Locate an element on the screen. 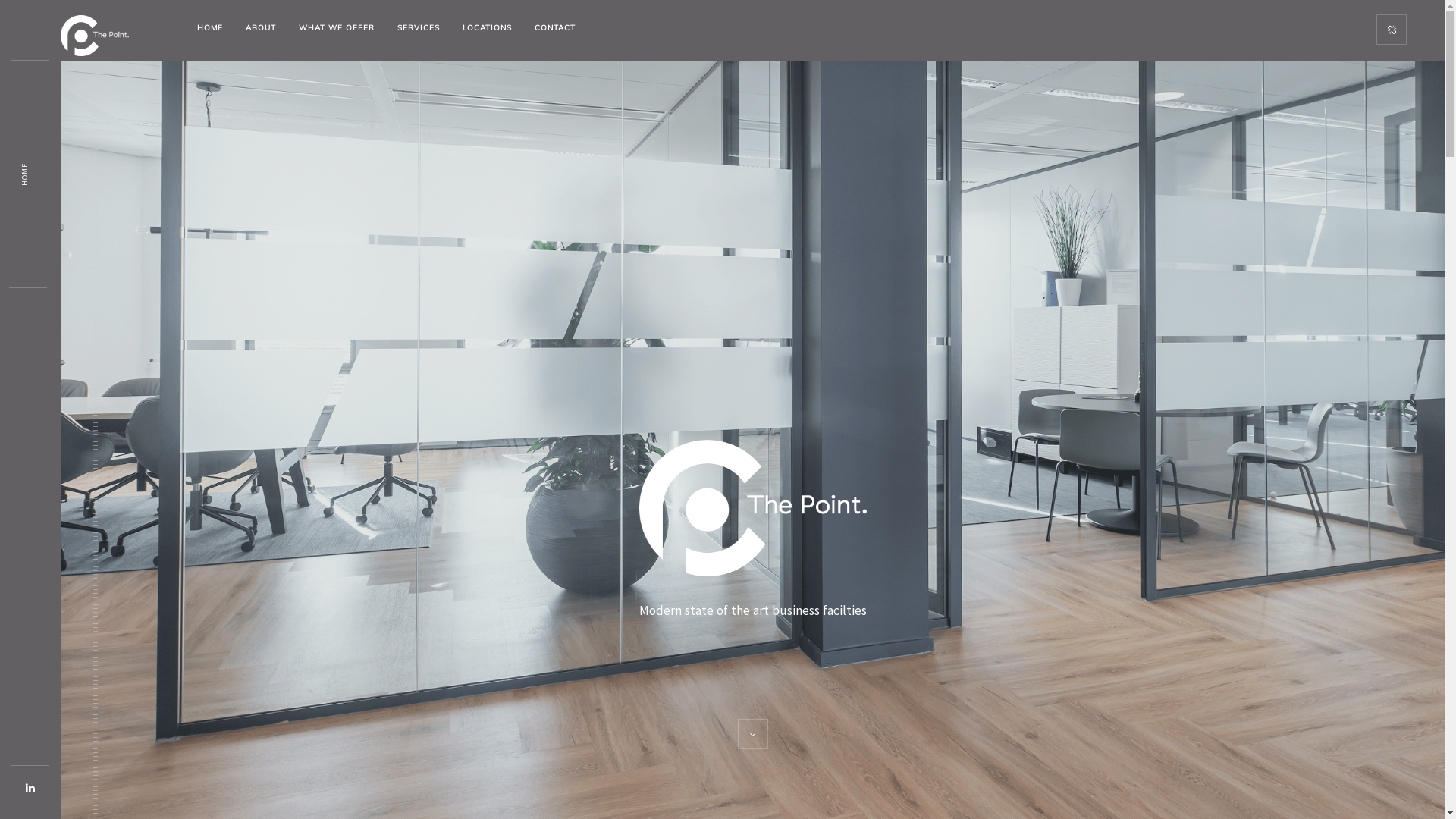 The height and width of the screenshot is (819, 1456). 'HOME' is located at coordinates (209, 28).